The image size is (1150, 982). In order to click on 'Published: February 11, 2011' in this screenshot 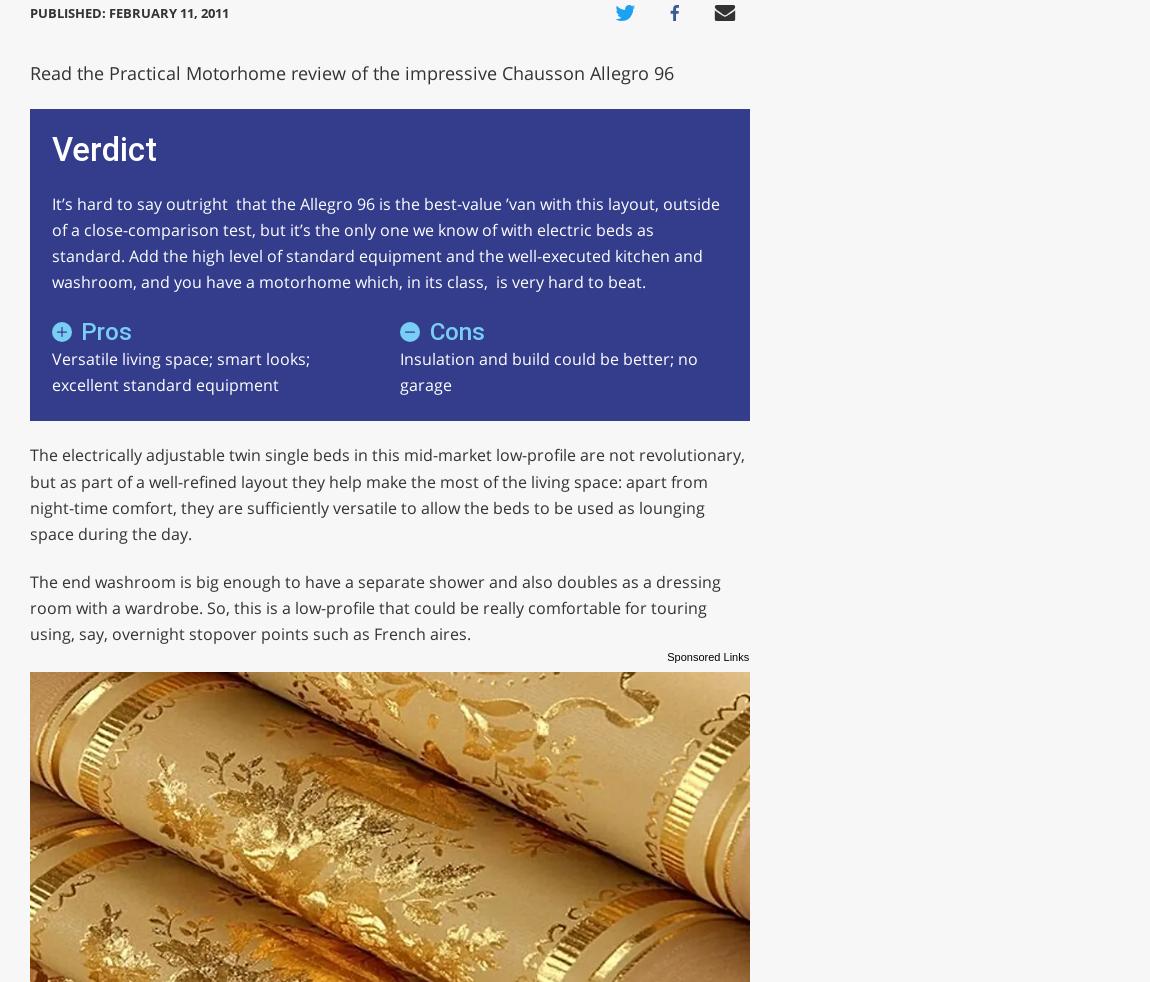, I will do `click(127, 10)`.